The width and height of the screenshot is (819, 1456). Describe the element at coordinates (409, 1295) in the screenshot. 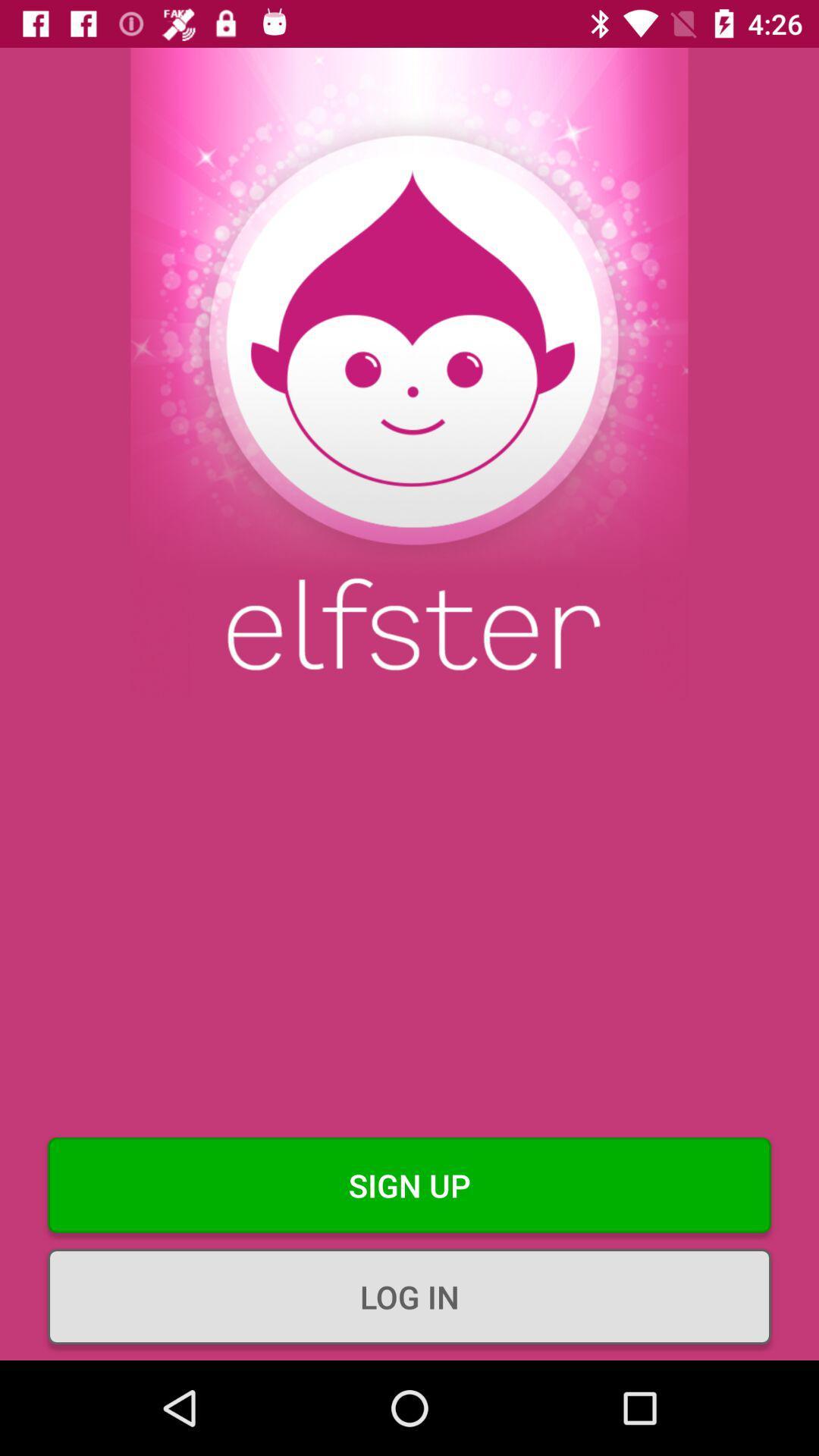

I see `the log in` at that location.